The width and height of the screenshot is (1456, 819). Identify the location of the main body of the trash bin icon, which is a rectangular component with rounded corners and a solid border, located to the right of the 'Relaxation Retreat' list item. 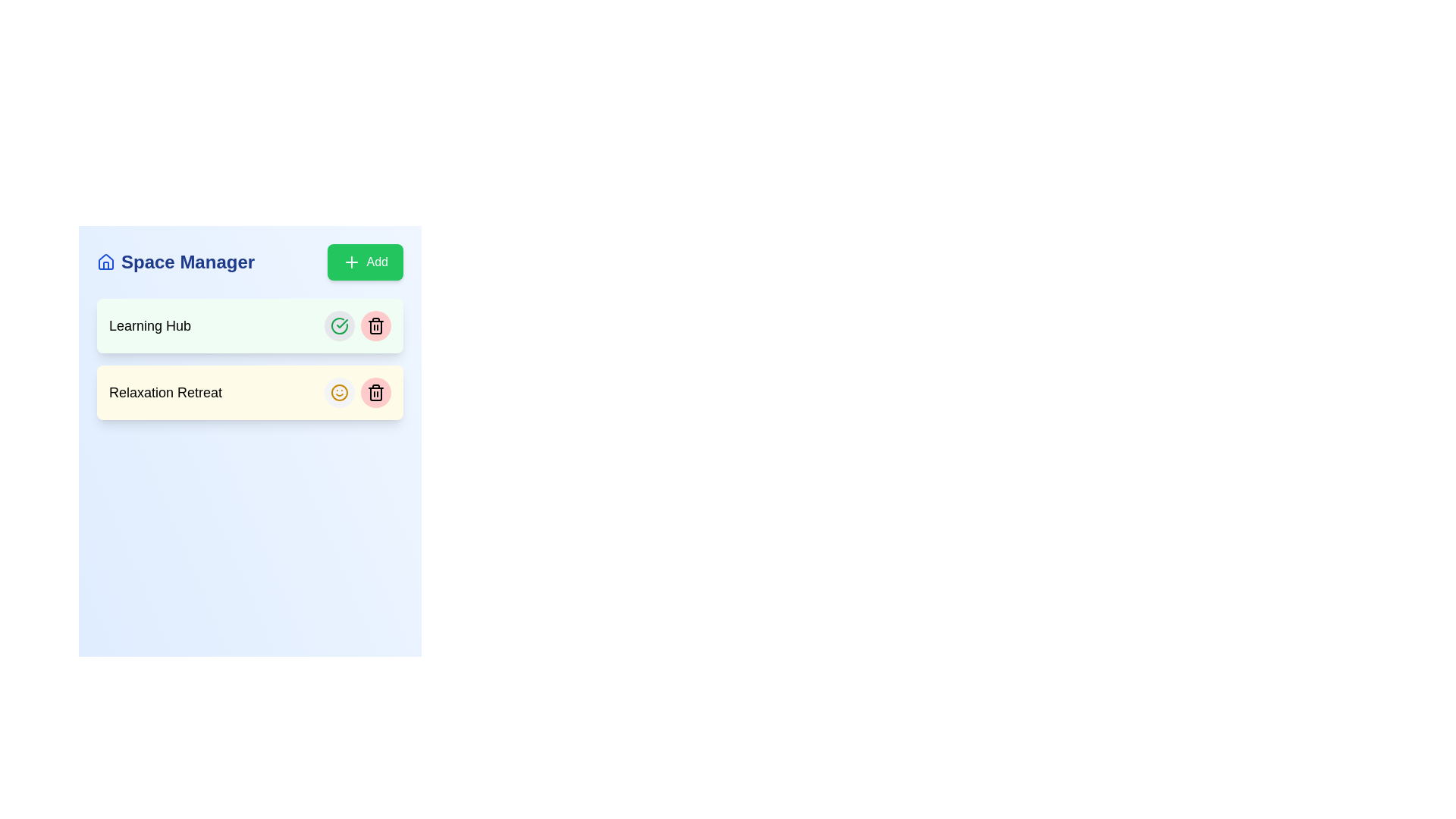
(375, 327).